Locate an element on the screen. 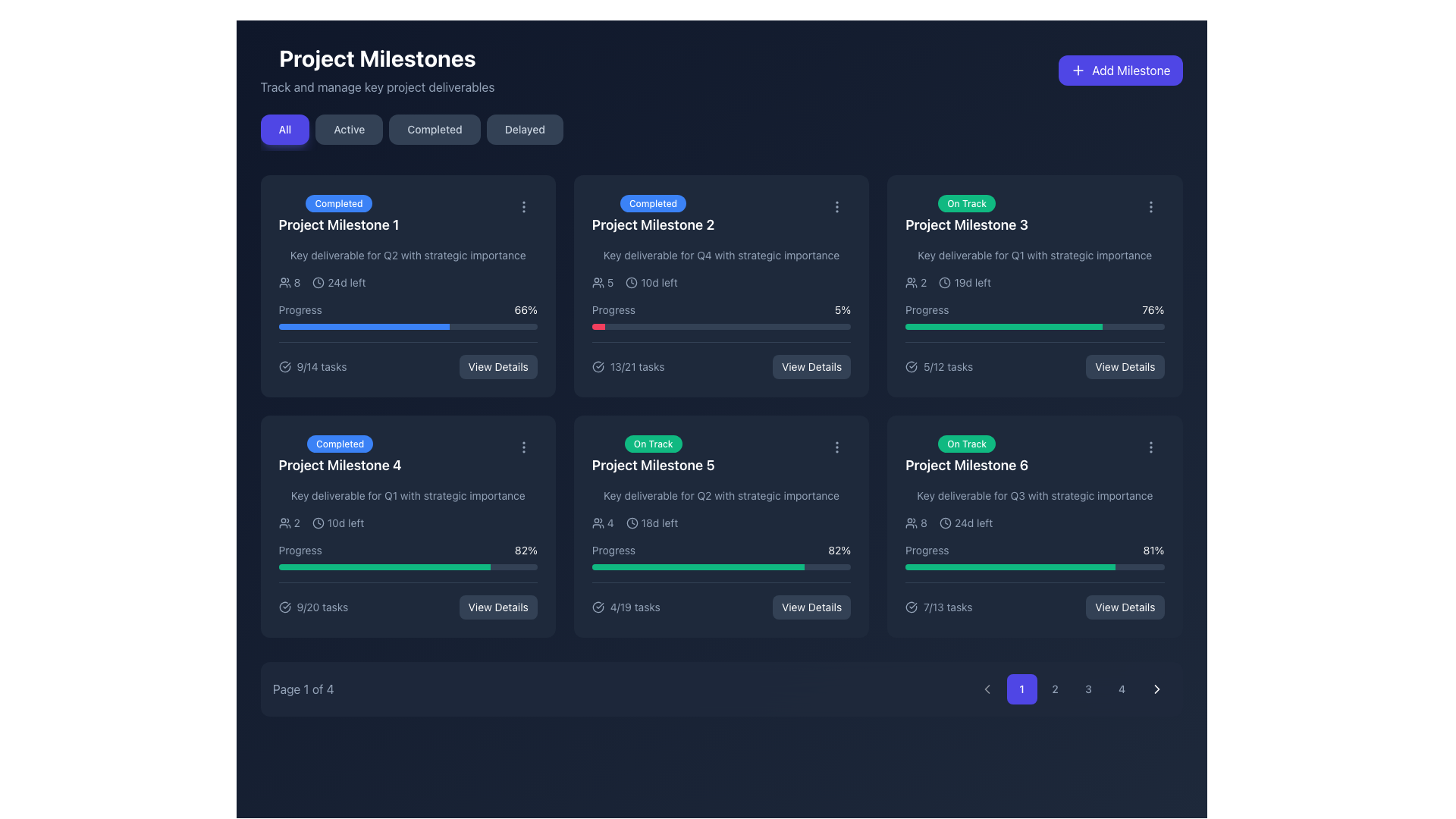 The width and height of the screenshot is (1456, 819). the 'Active' button, which is the second button in the horizontal group below 'Project Milestones' is located at coordinates (348, 128).